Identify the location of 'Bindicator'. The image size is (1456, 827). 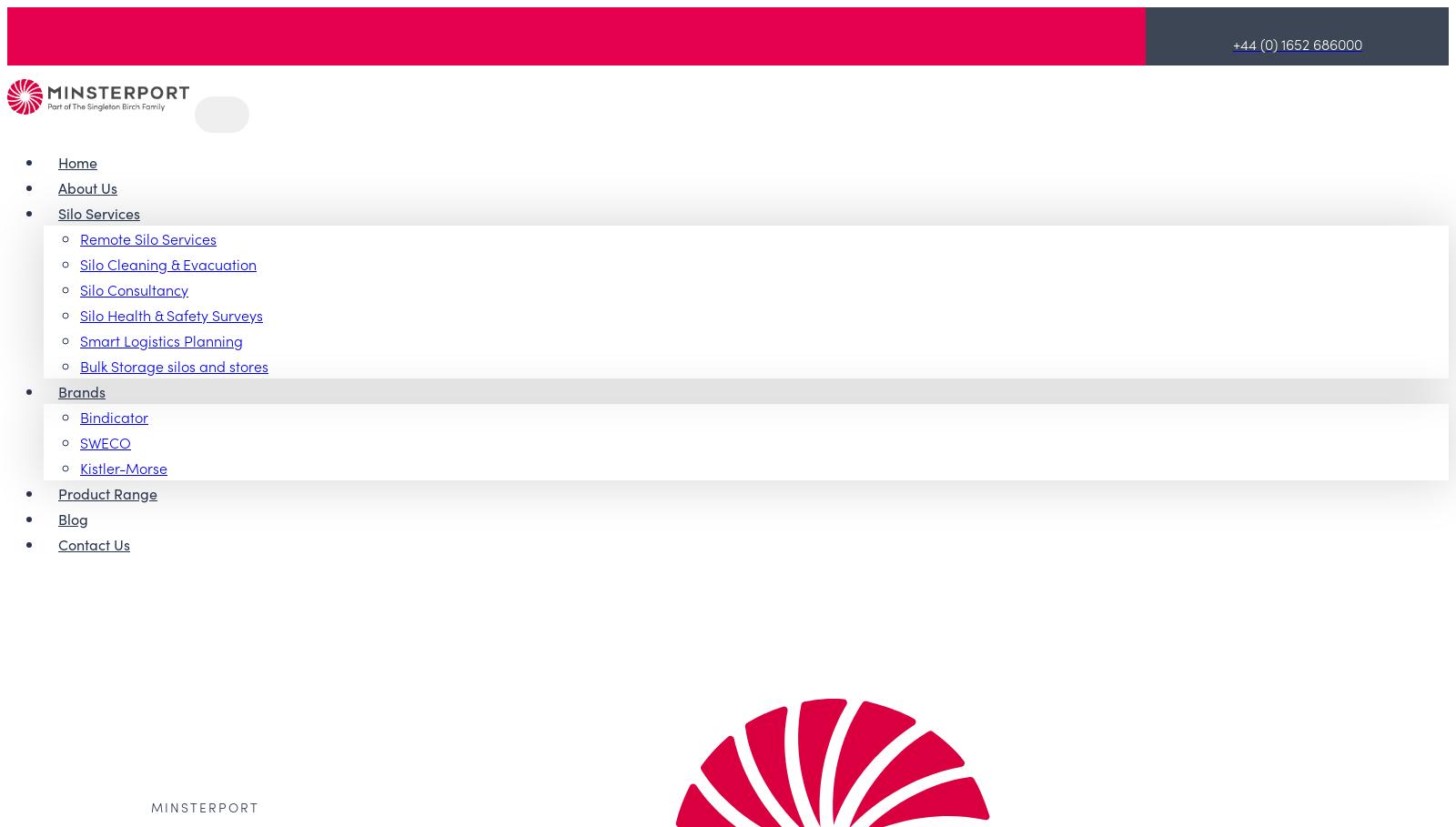
(113, 416).